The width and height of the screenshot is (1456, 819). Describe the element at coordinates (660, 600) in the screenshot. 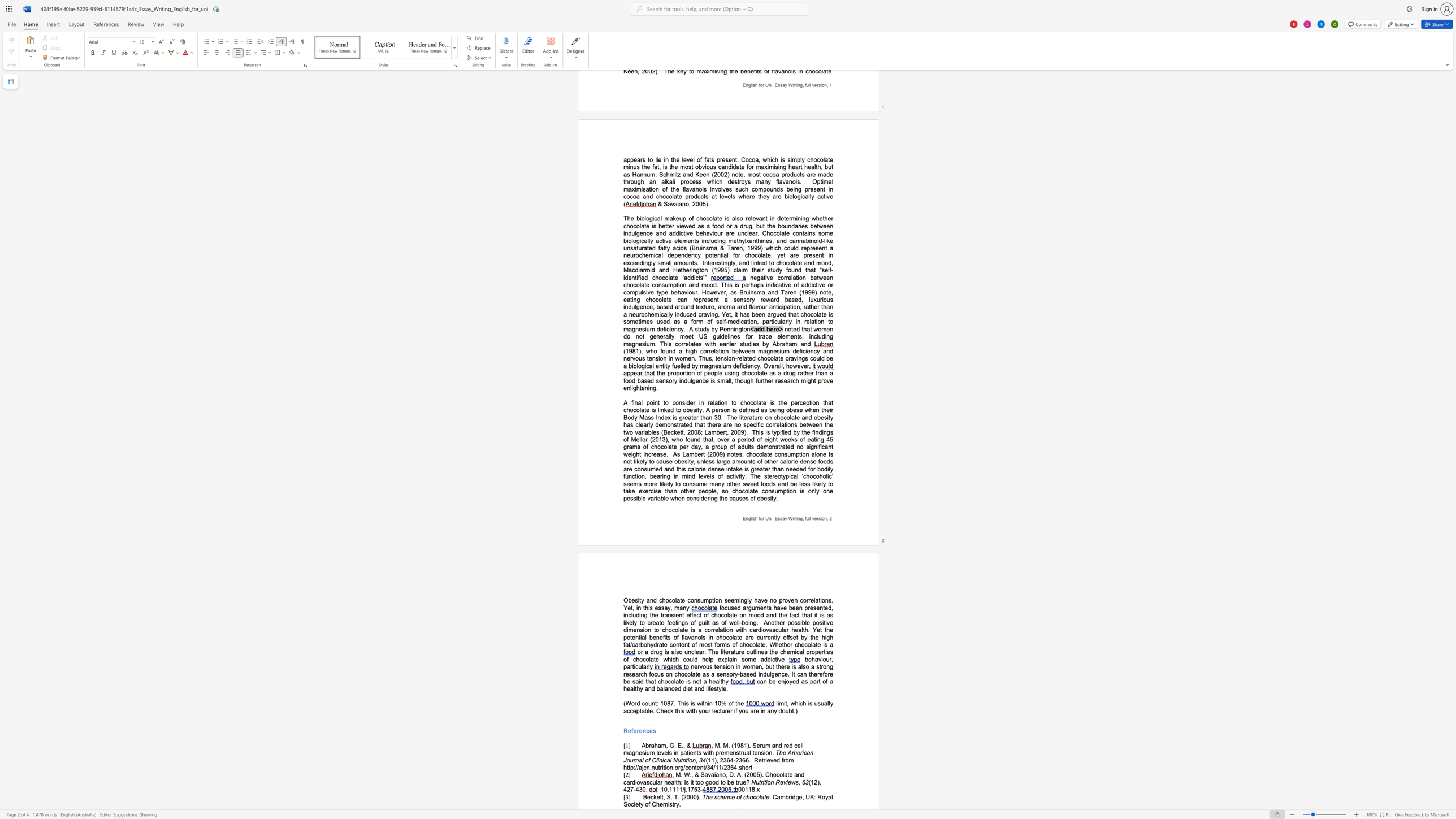

I see `the 1th character "c" in the text` at that location.